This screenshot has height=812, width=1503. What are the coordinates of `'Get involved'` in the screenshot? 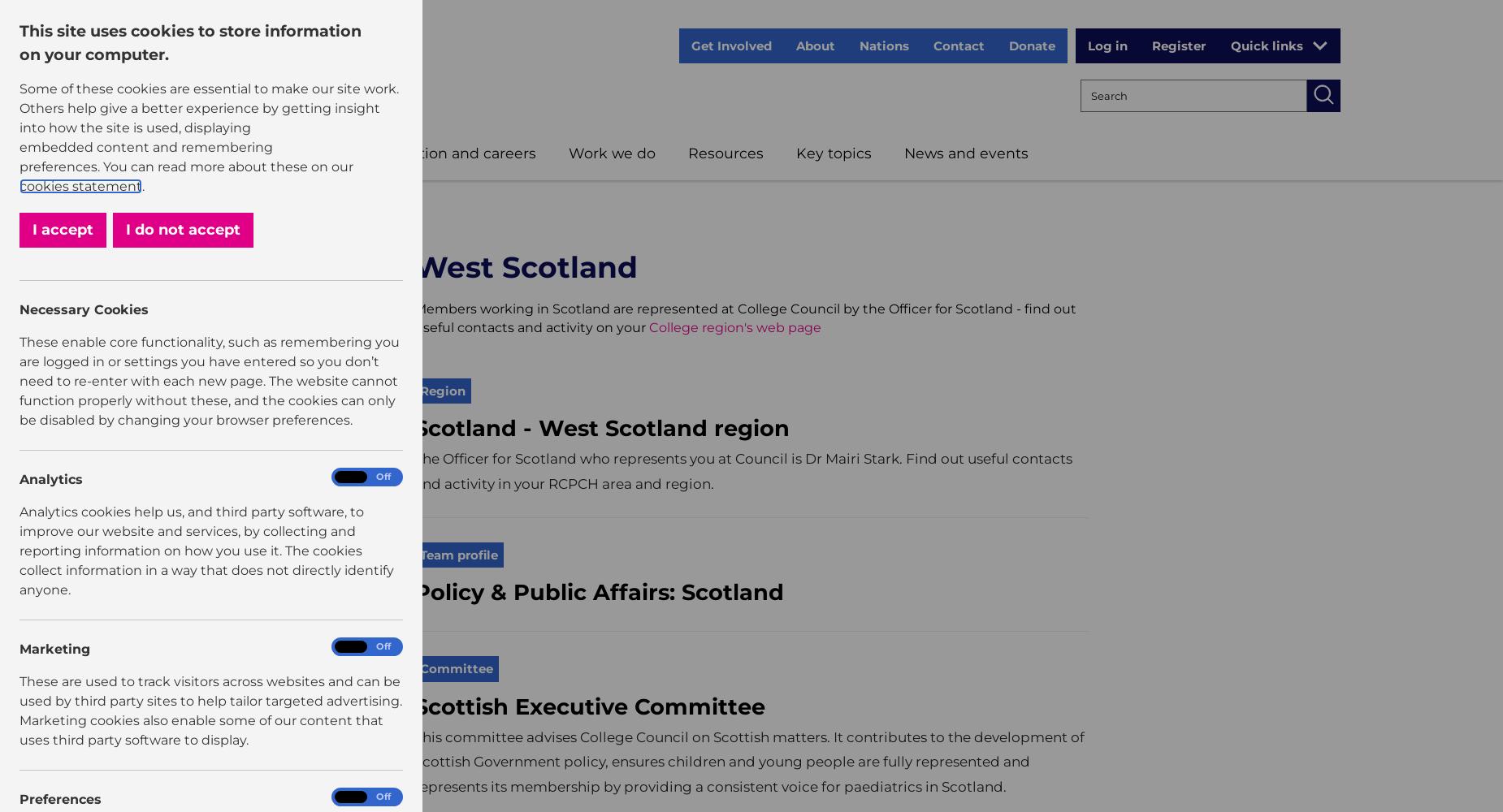 It's located at (731, 45).